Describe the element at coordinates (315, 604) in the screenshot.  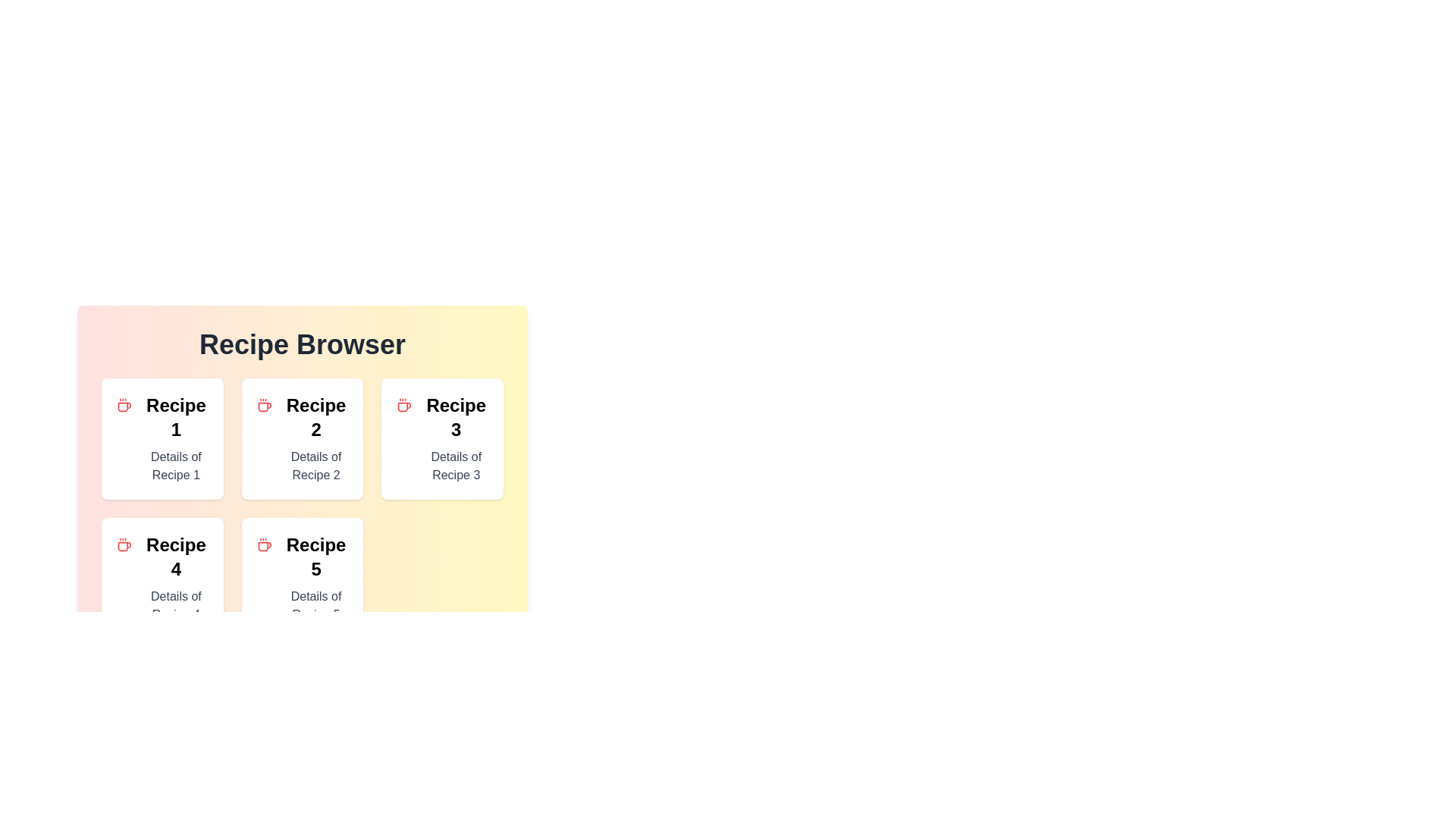
I see `text displayed in the label below 'Recipe 5' in the second row, third column of the grid layout` at that location.